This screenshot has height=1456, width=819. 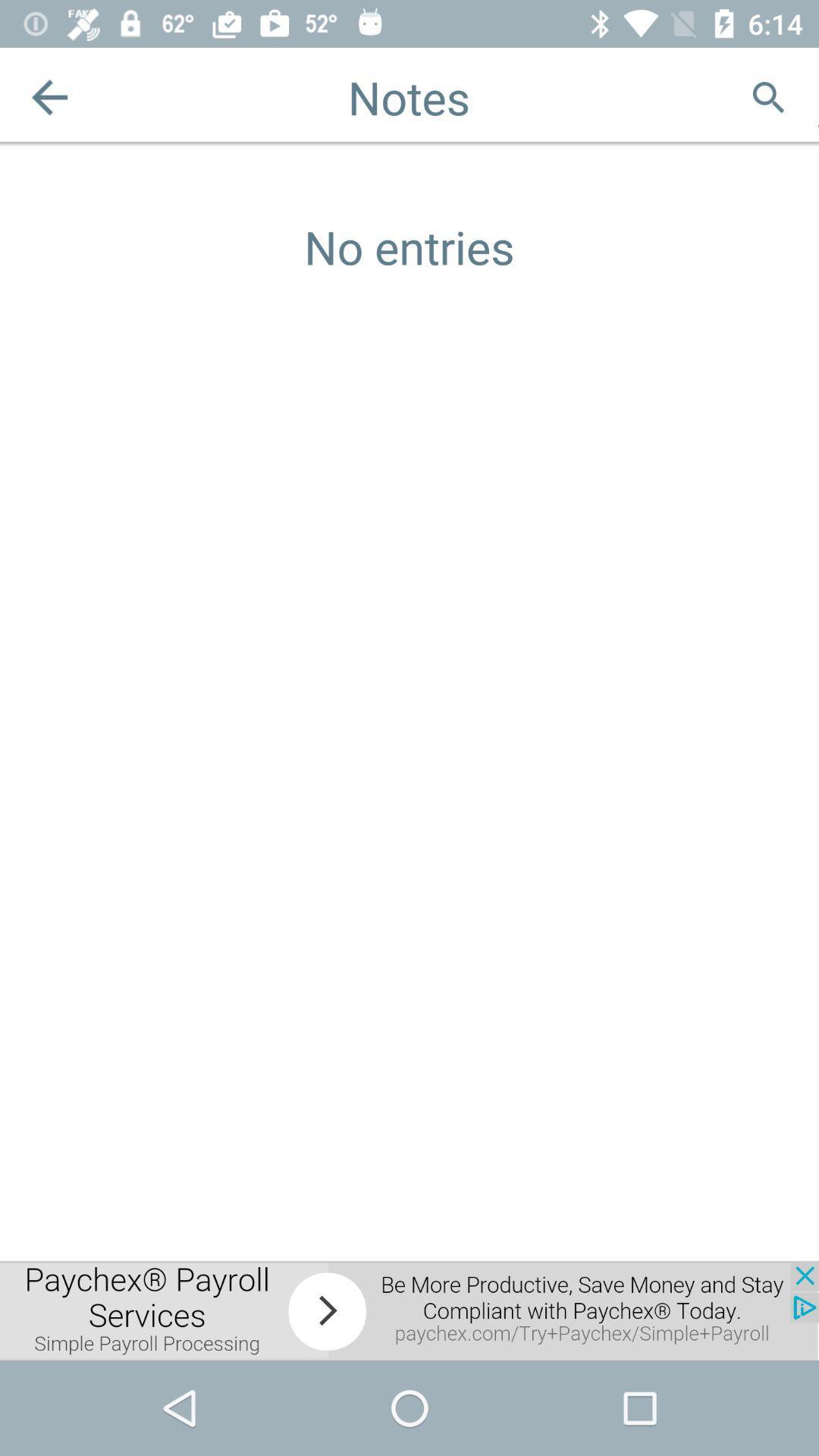 I want to click on search, so click(x=768, y=96).